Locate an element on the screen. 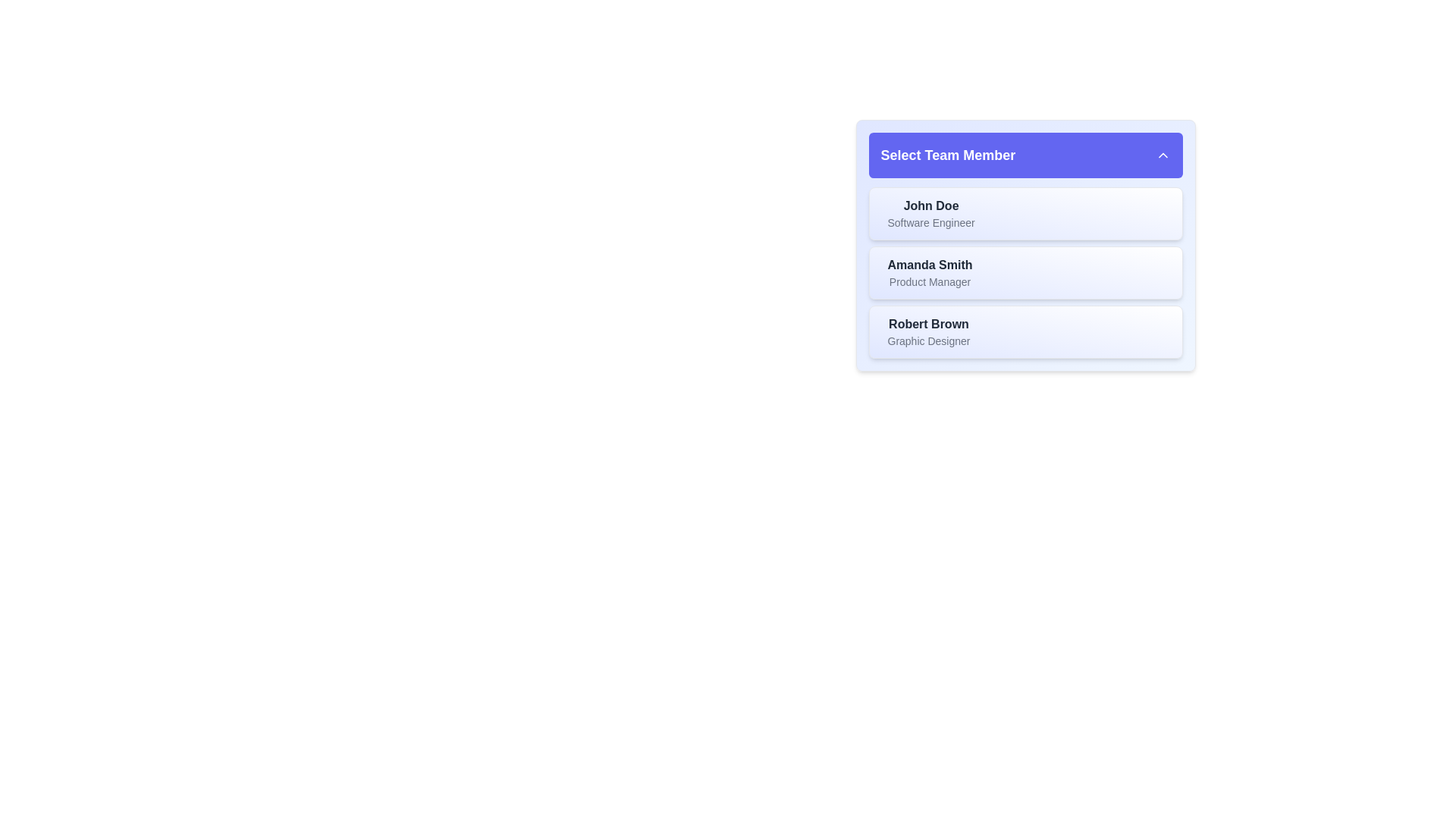 The height and width of the screenshot is (819, 1456). the label that serves as a header for the dropdown menu, located at the top left area of the dropdown menu panel is located at coordinates (947, 155).